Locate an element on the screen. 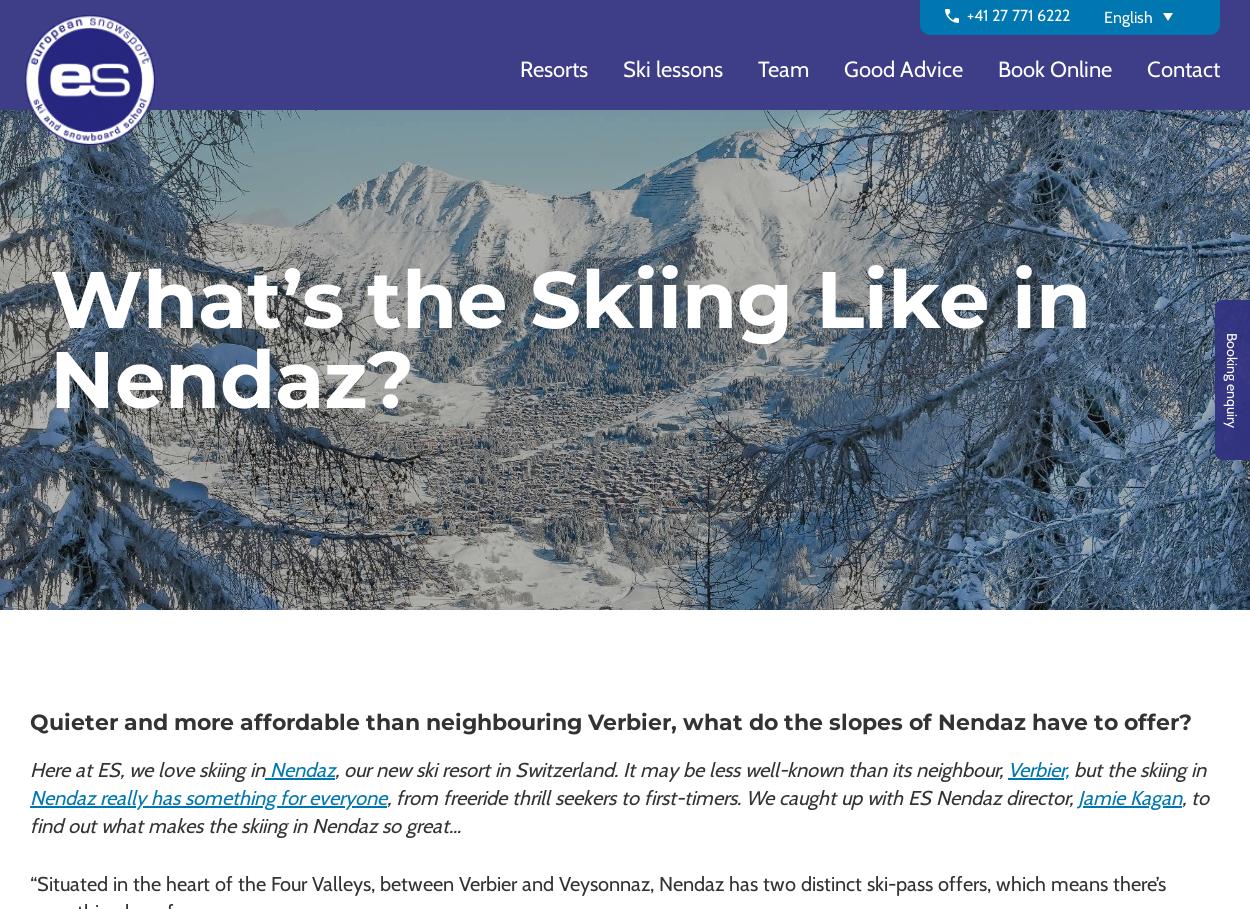 The width and height of the screenshot is (1250, 909). 'Svenska' is located at coordinates (1132, 239).